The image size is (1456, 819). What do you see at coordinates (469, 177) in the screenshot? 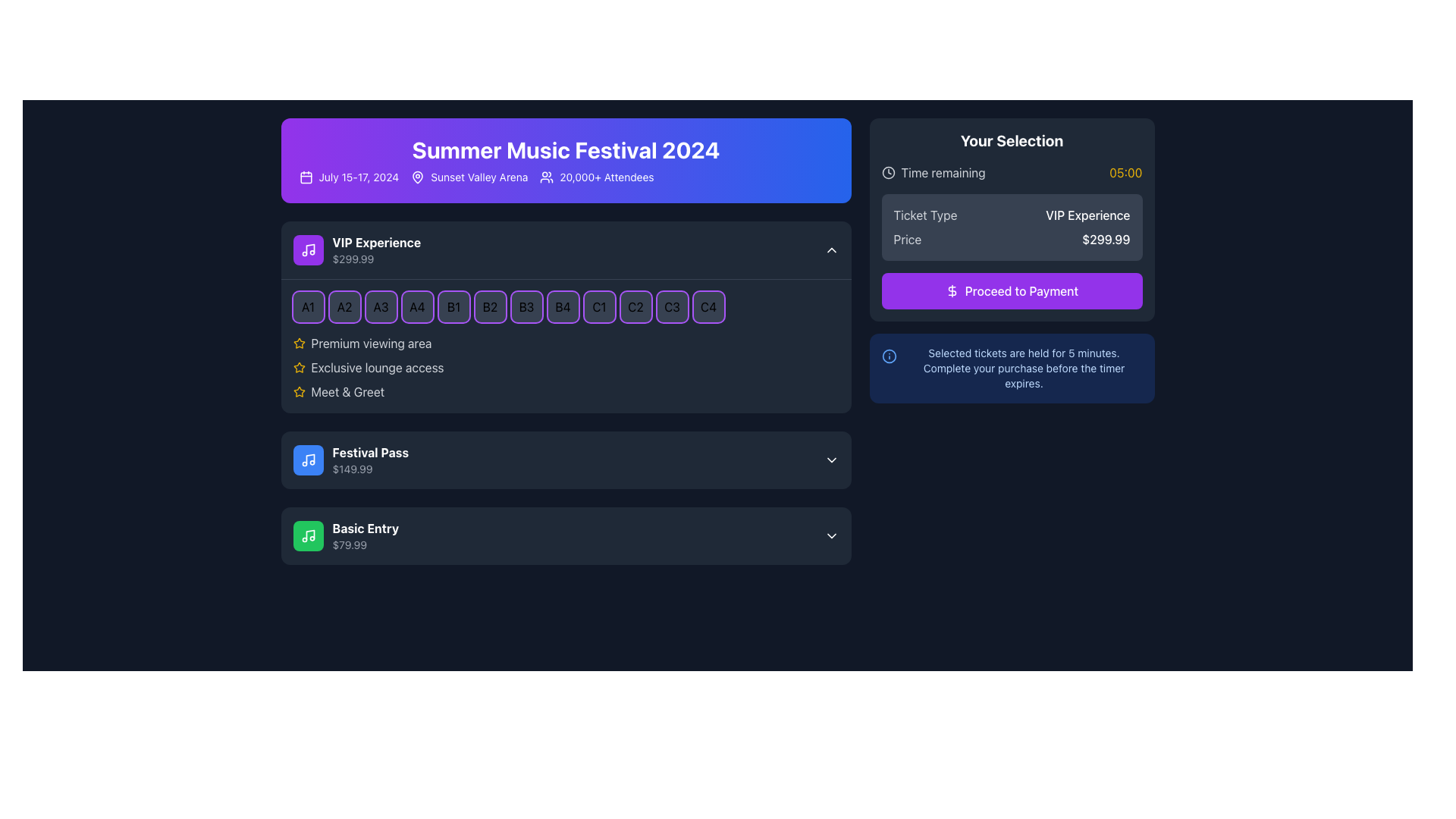
I see `text of the location information label below the main title 'Summer Music Festival 2024', which follows the date 'July 15-17, 2024'` at bounding box center [469, 177].